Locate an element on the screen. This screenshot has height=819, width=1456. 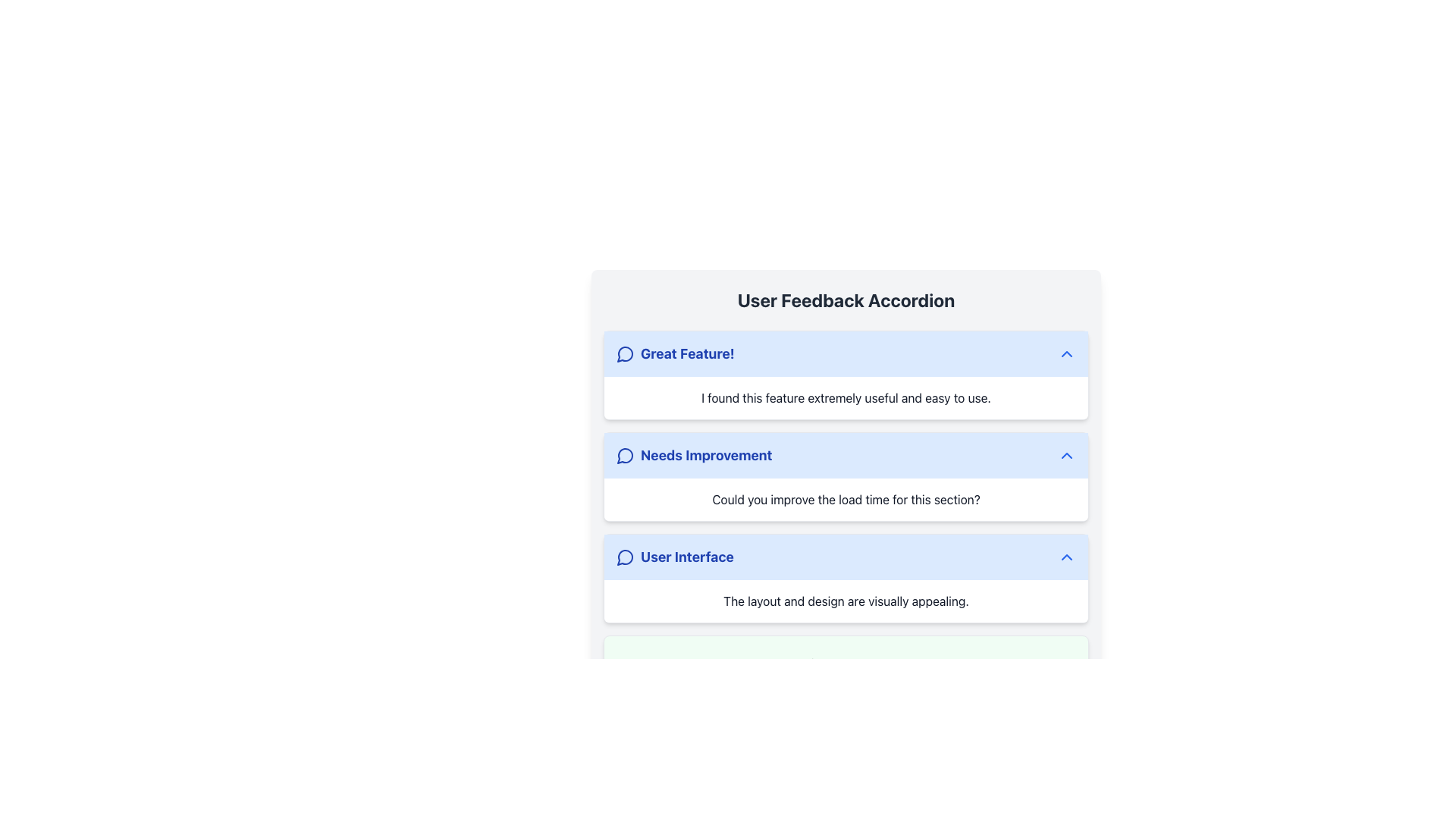
the first Accordion item titled 'Great Feature!' is located at coordinates (846, 375).